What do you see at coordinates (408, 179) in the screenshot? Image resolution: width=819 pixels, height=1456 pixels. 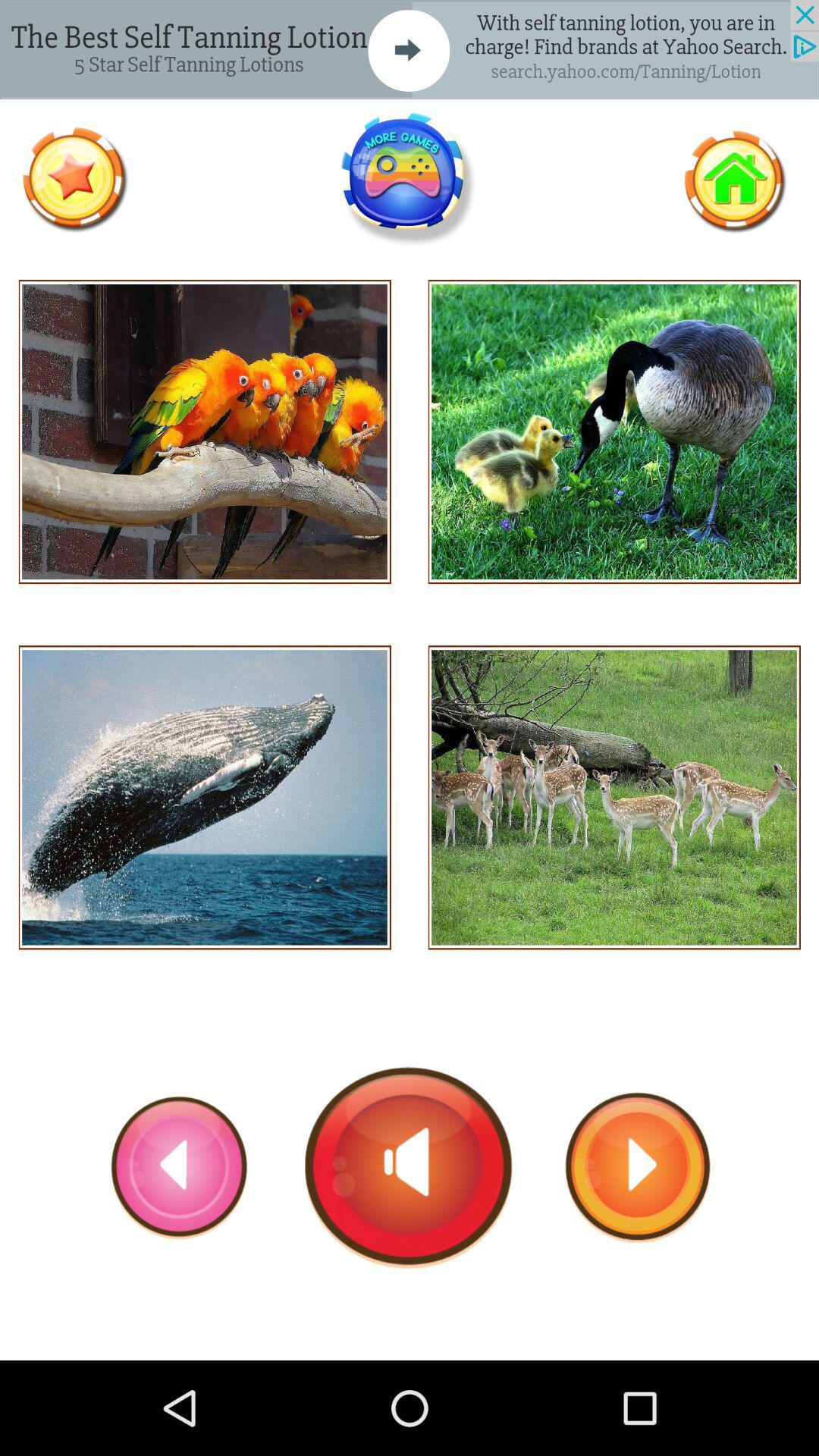 I see `advertisement` at bounding box center [408, 179].